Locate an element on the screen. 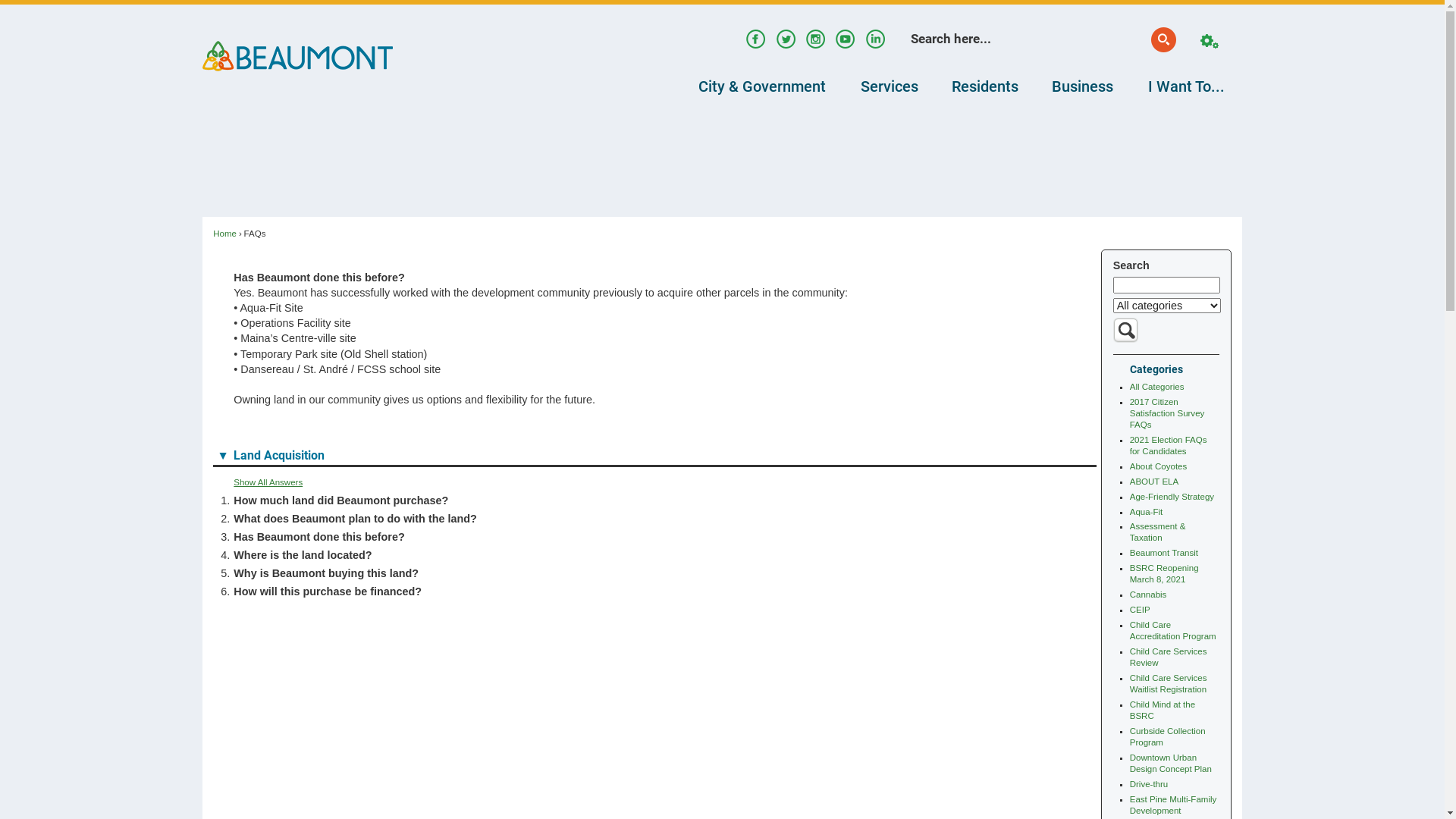 This screenshot has width=1456, height=819. 'Business' is located at coordinates (1034, 86).